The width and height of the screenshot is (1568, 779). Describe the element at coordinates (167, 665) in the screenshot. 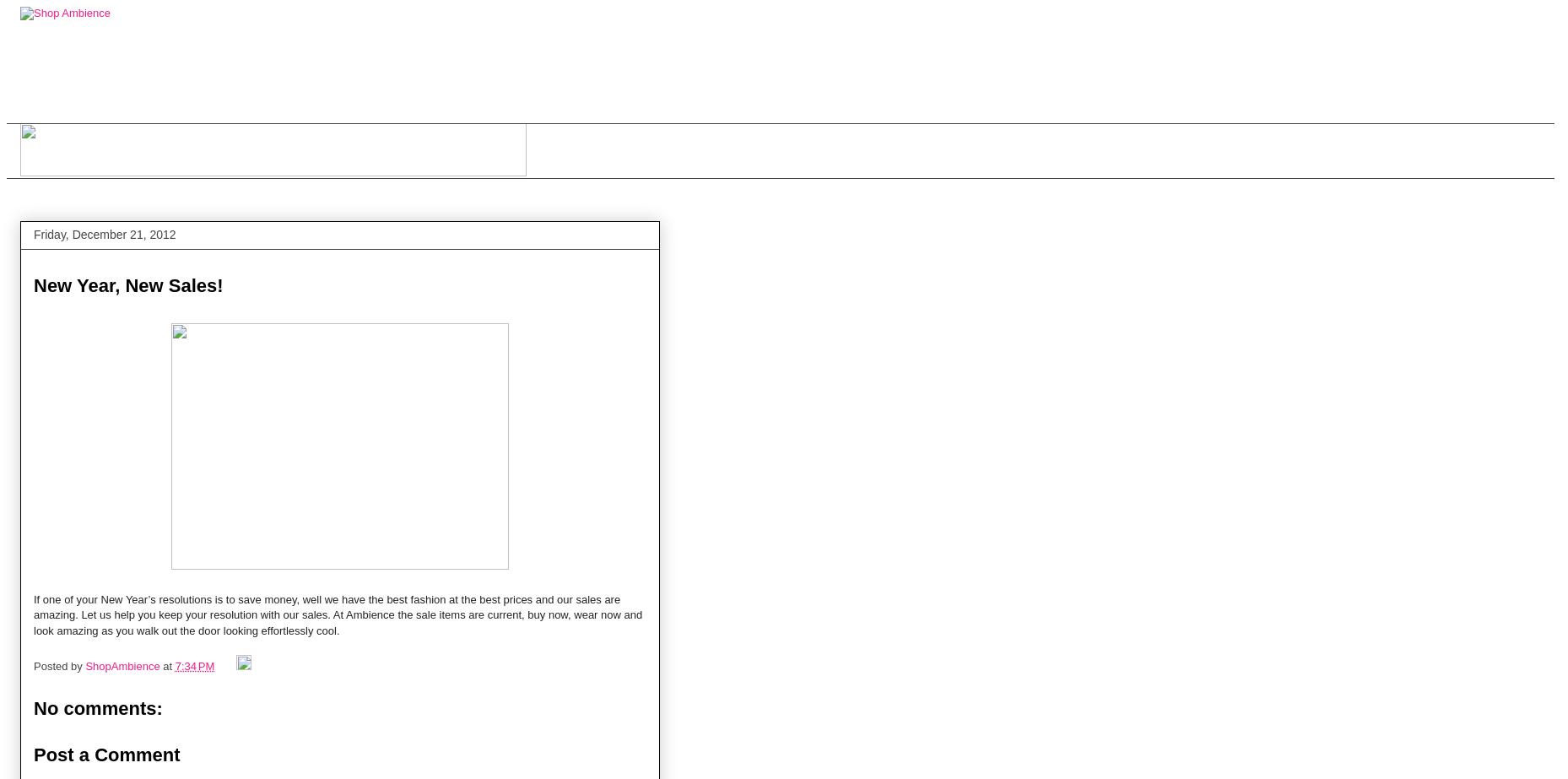

I see `'at'` at that location.